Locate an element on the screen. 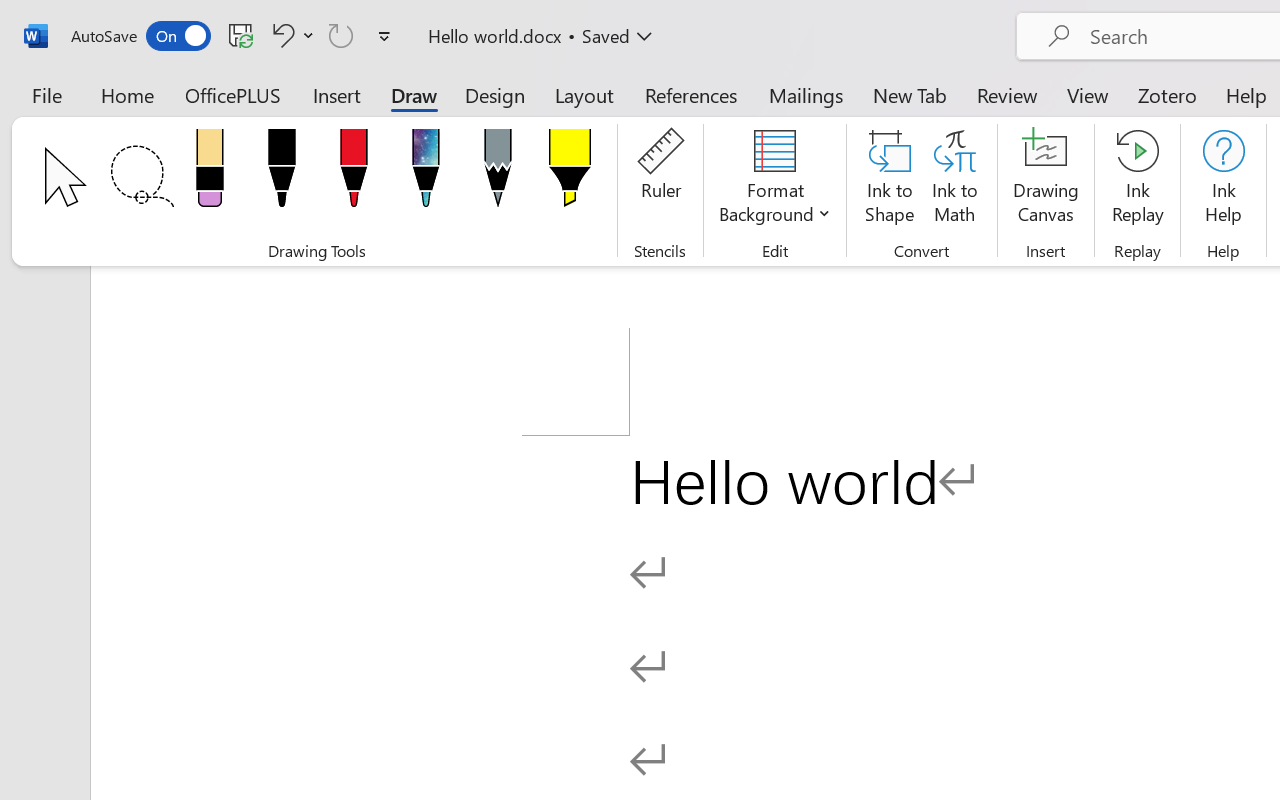 The width and height of the screenshot is (1280, 800). 'Insert' is located at coordinates (337, 94).